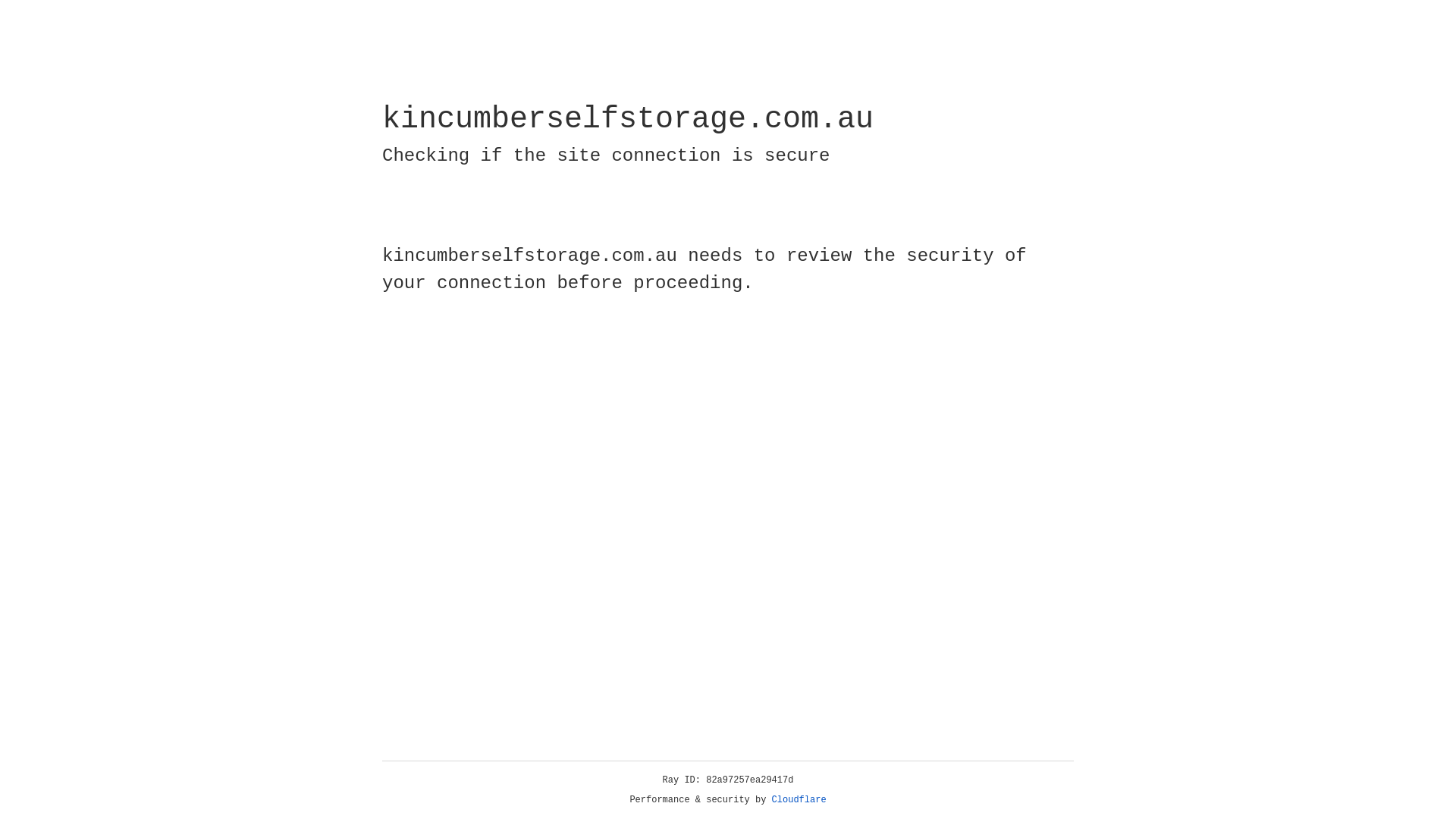  I want to click on 'Cloudflare', so click(799, 799).